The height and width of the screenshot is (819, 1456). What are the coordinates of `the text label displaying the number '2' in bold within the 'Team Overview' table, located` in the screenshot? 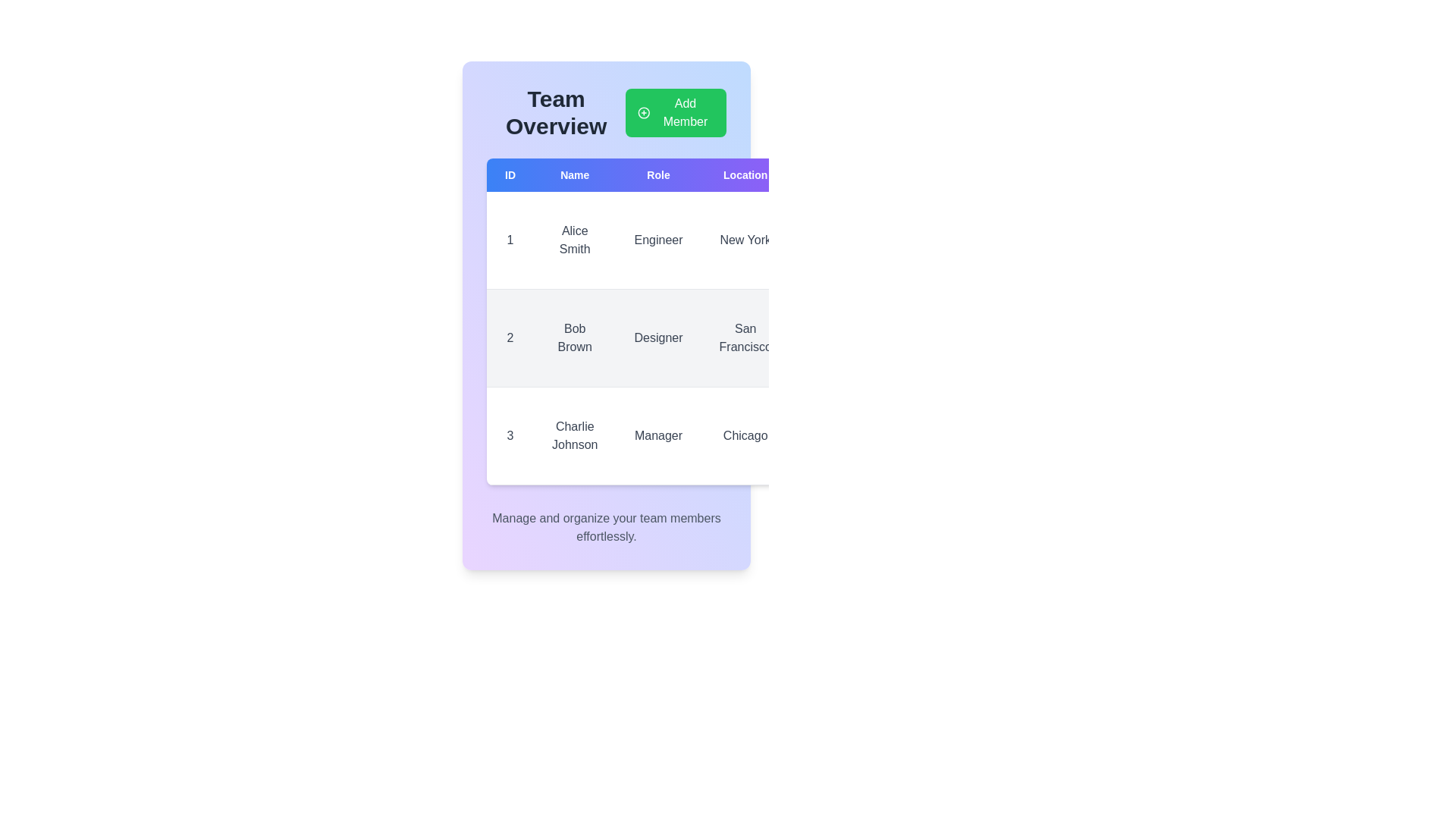 It's located at (510, 337).